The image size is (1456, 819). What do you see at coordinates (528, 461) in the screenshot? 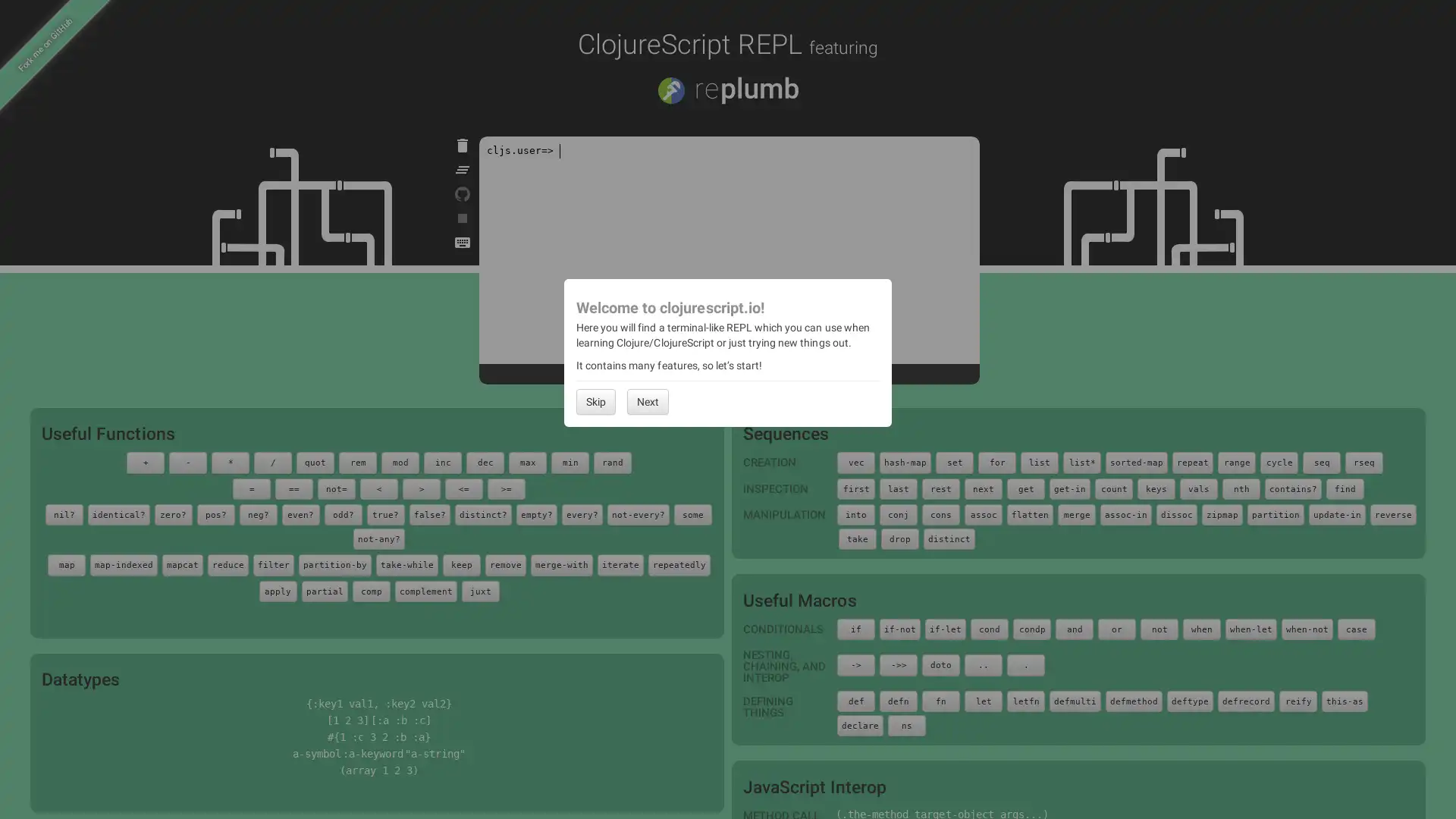
I see `max` at bounding box center [528, 461].